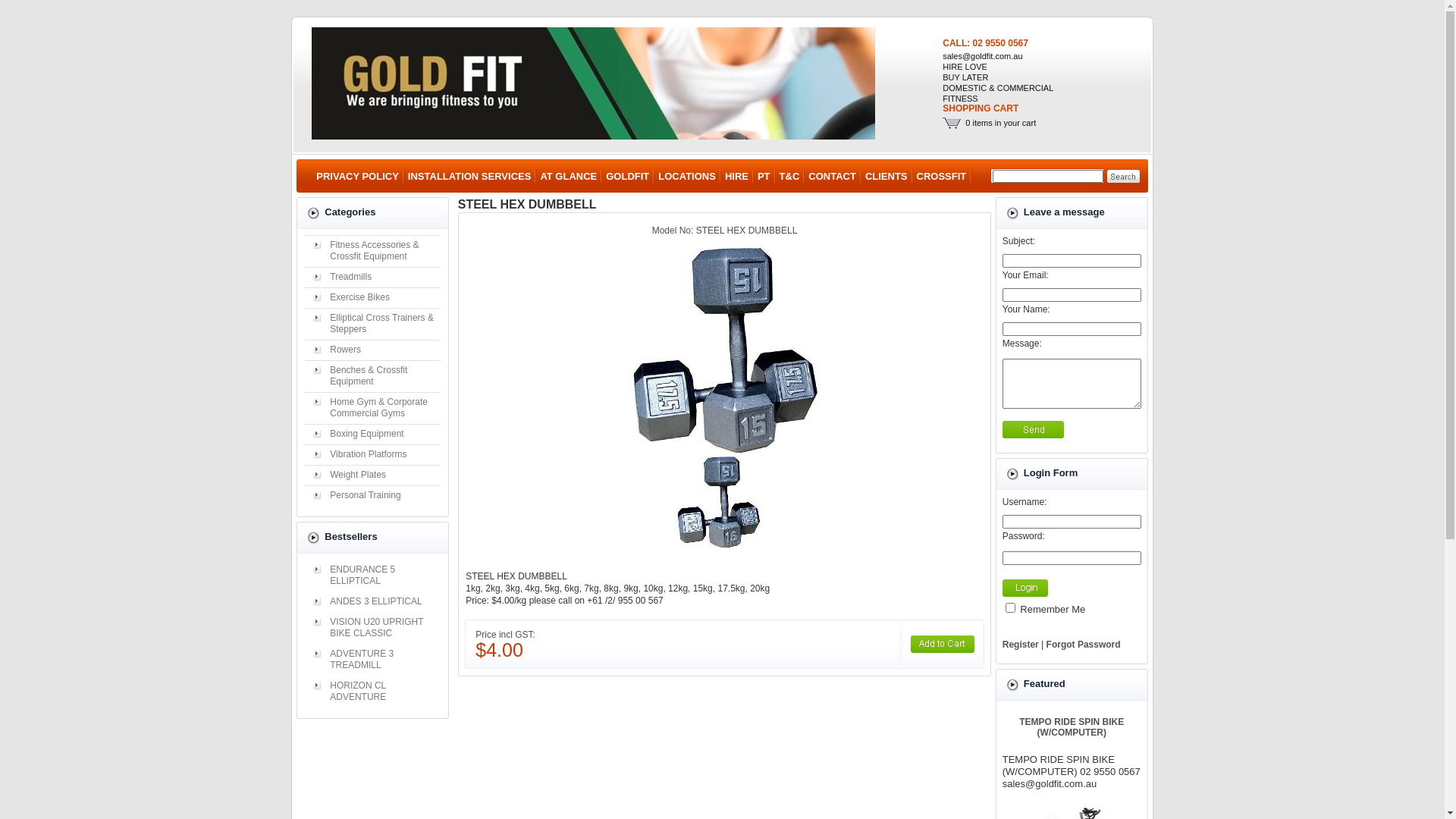 This screenshot has width=1456, height=819. I want to click on 'Login', so click(1025, 587).